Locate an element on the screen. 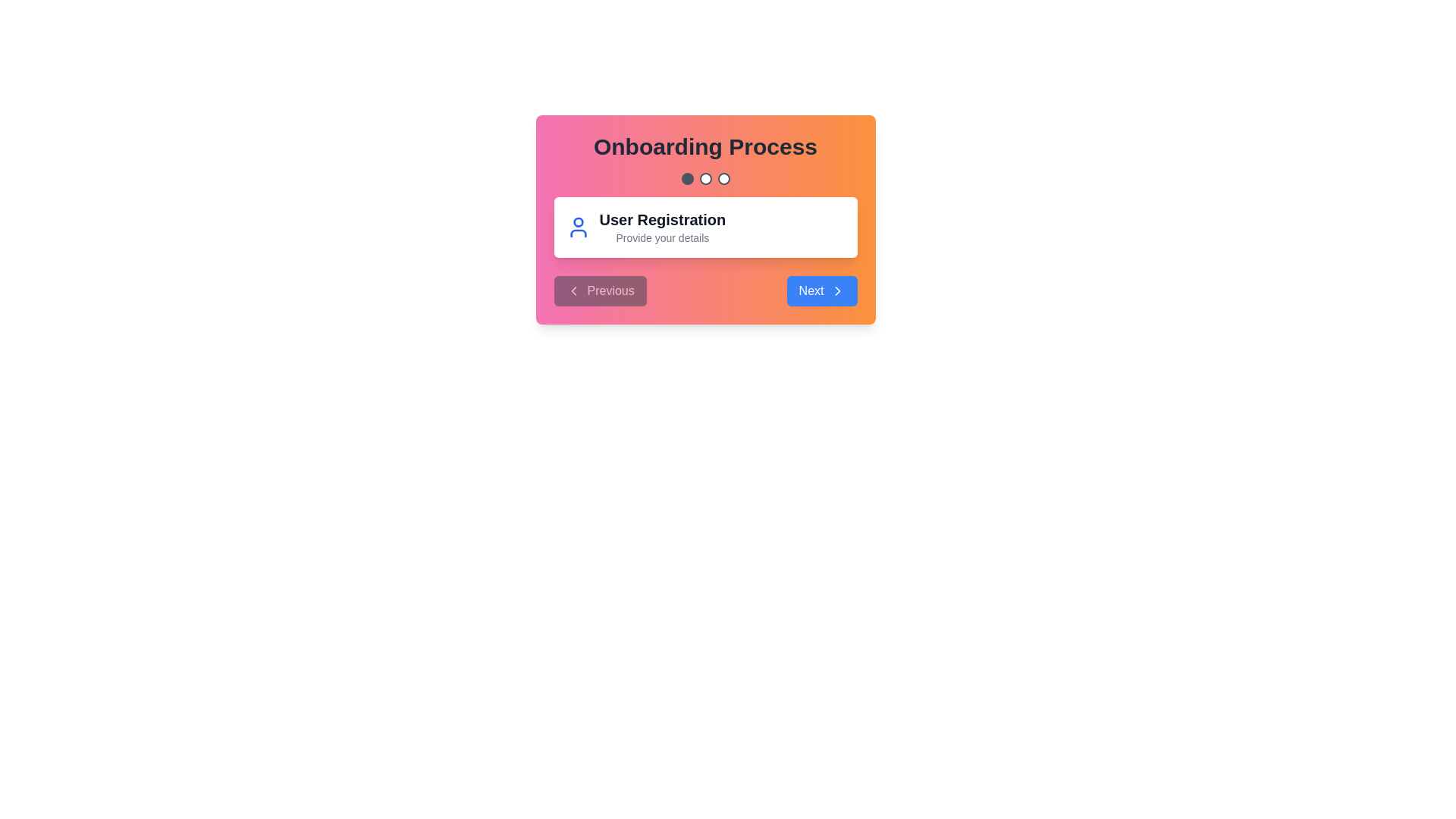  the chevron icon within the 'Next' button is located at coordinates (836, 291).